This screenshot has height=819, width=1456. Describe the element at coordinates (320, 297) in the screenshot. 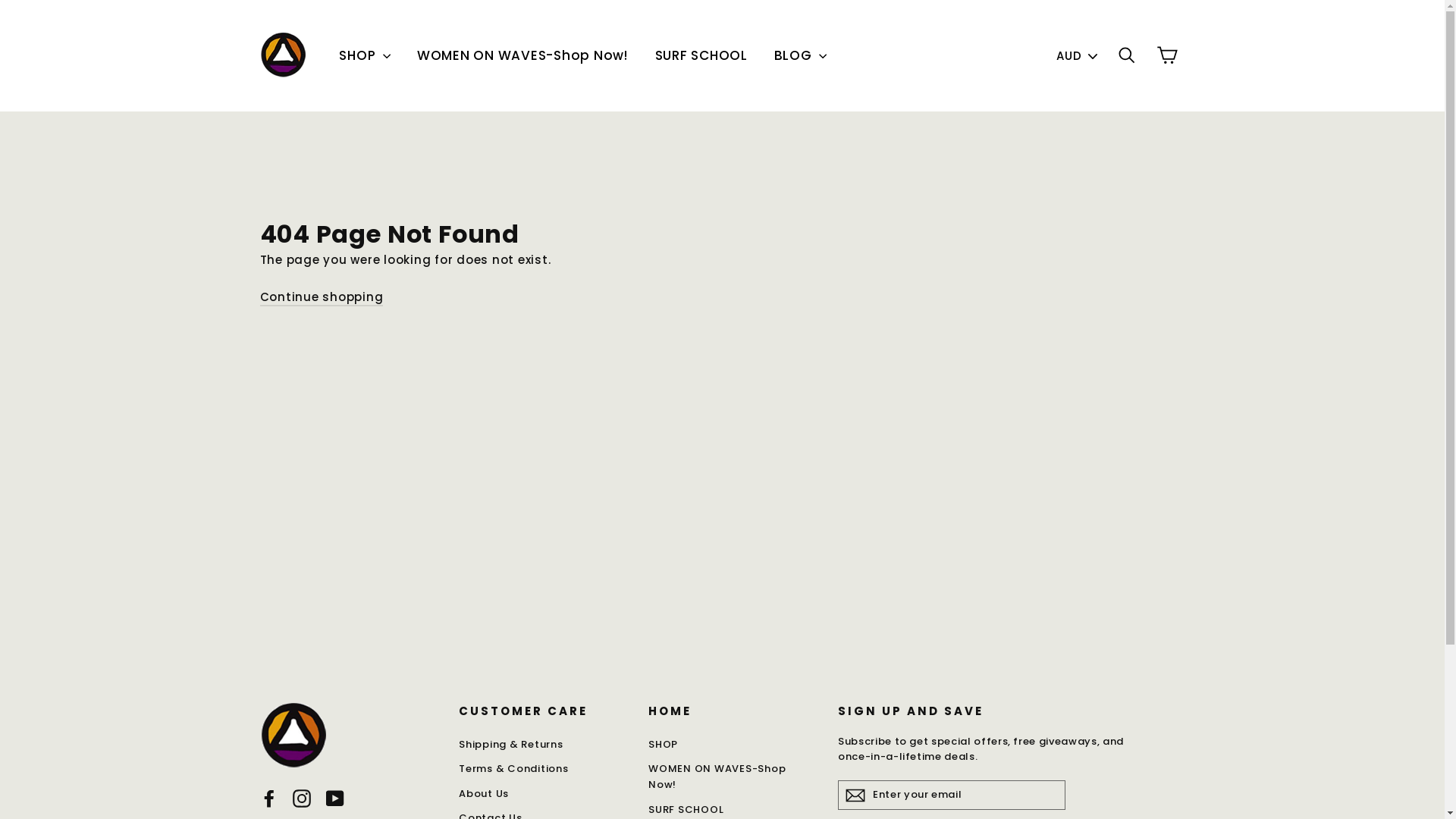

I see `'Continue shopping'` at that location.